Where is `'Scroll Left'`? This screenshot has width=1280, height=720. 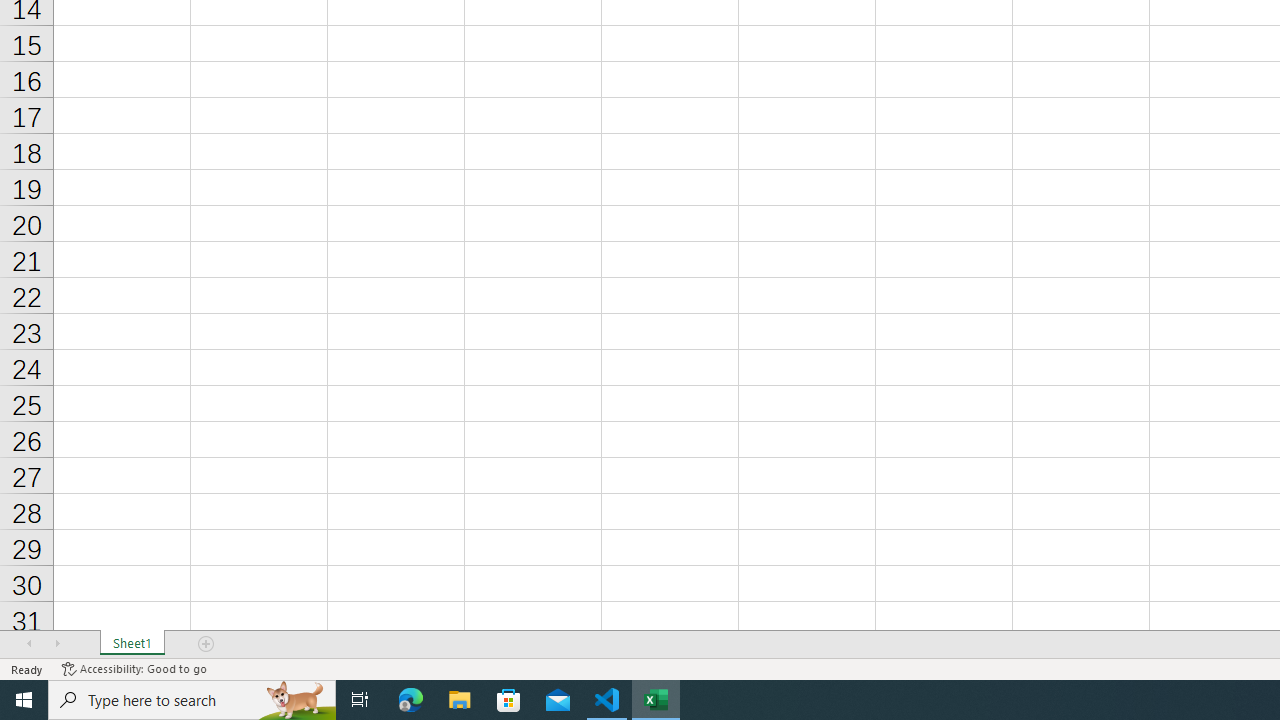 'Scroll Left' is located at coordinates (29, 644).